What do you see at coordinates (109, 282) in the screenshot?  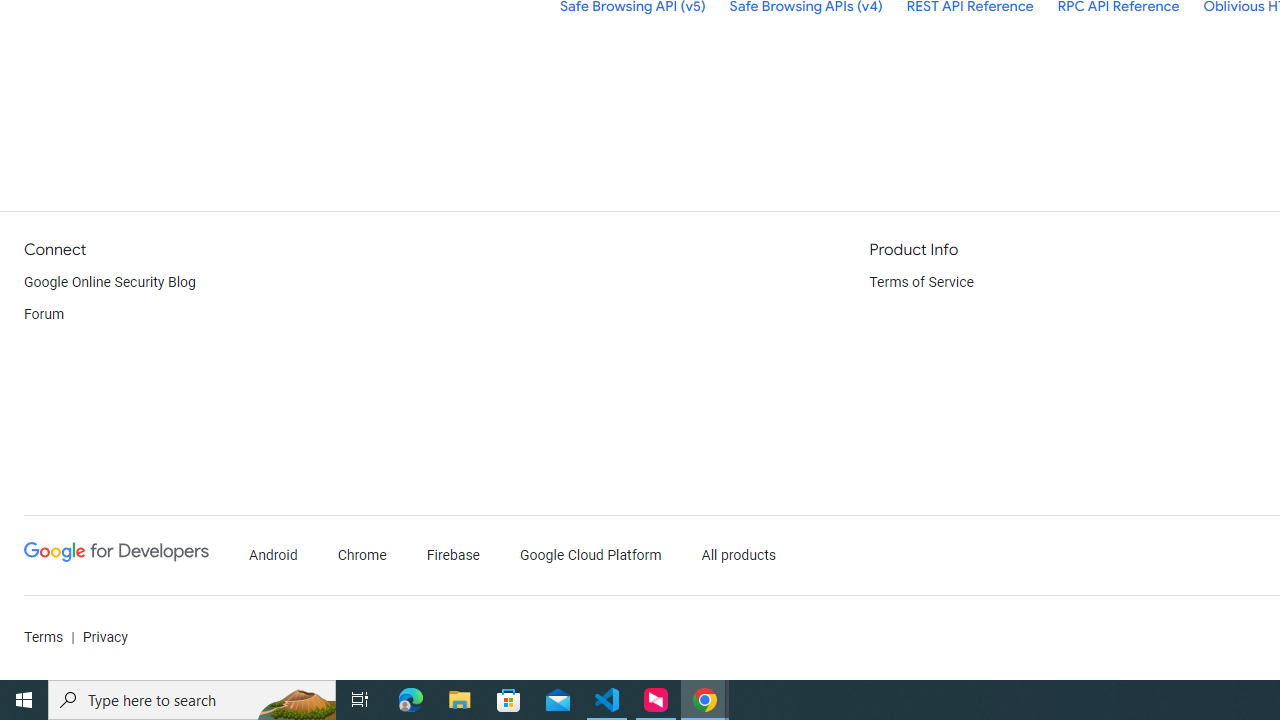 I see `'Google Online Security Blog'` at bounding box center [109, 282].